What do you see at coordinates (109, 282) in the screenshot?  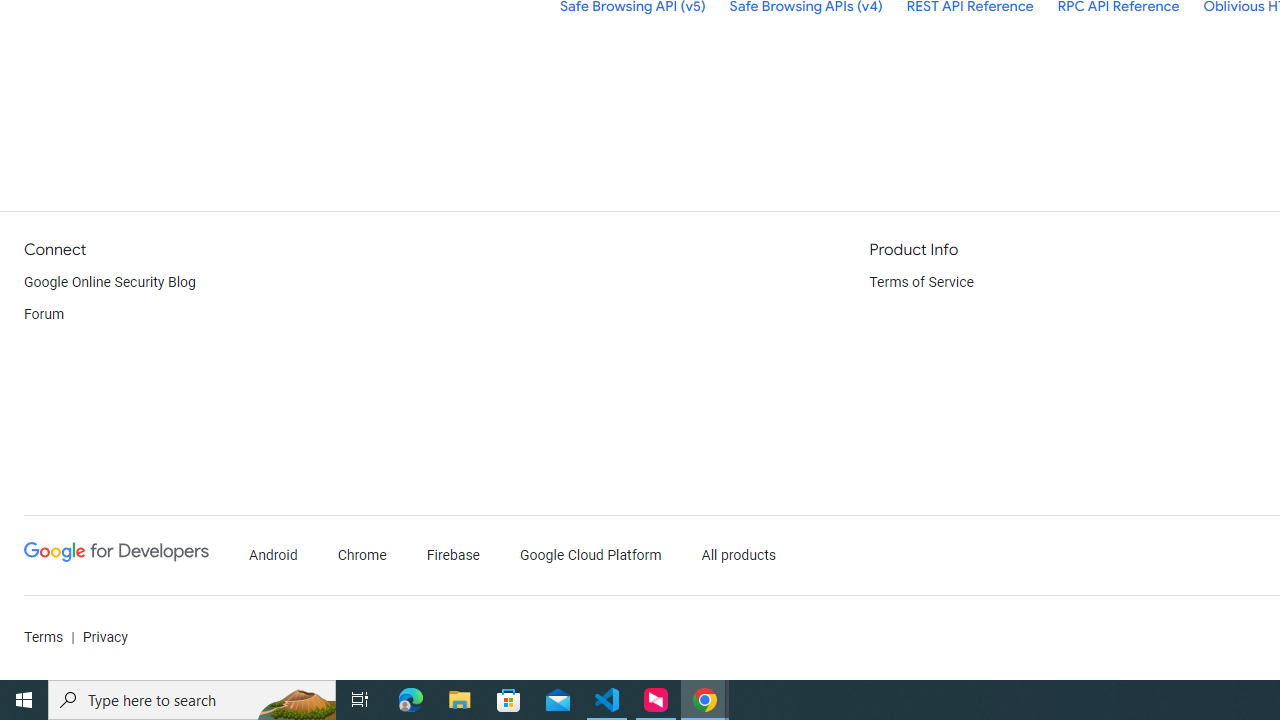 I see `'Google Online Security Blog'` at bounding box center [109, 282].